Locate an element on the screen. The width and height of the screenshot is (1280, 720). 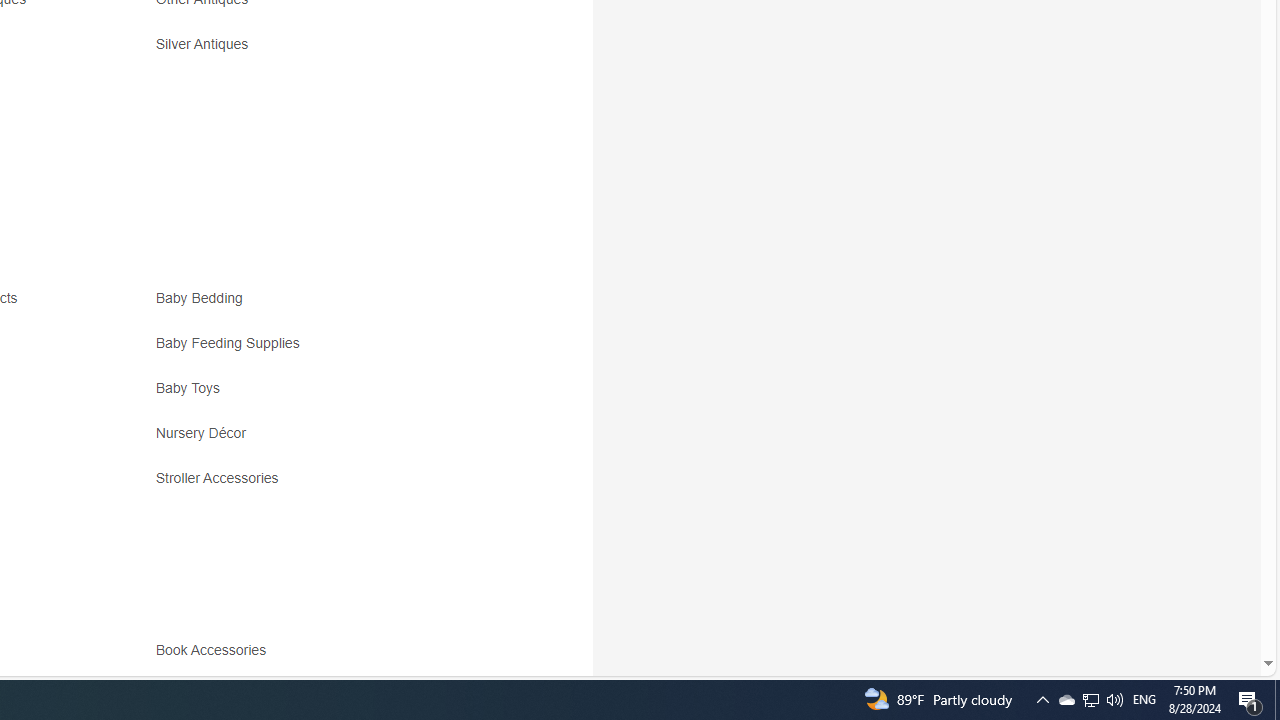
'Baby Toys' is located at coordinates (332, 395).